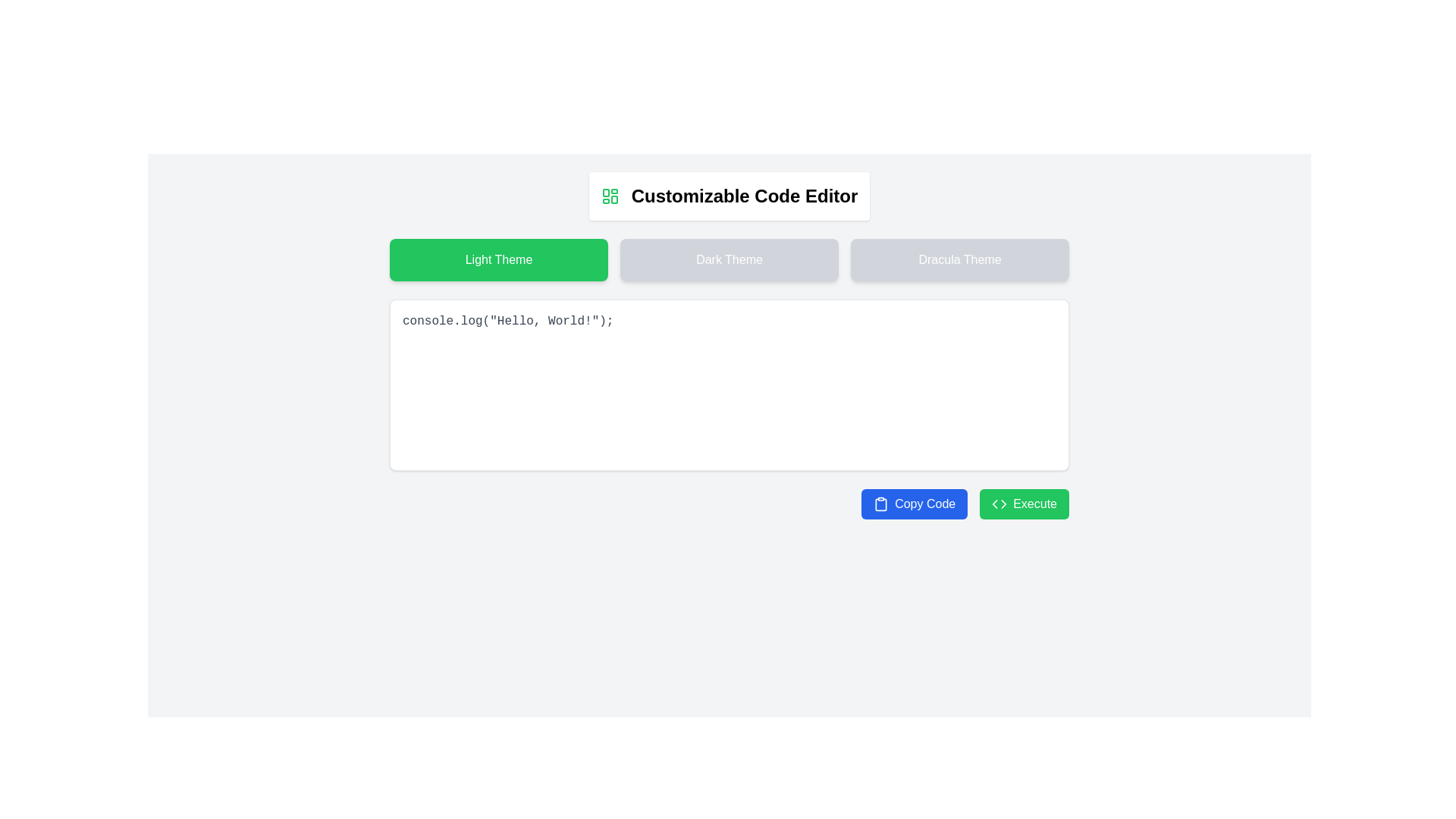 This screenshot has width=1456, height=819. Describe the element at coordinates (745, 195) in the screenshot. I see `the text heading displaying 'Customizable Code Editor', which is a large, bold title located in the top section of a card component, positioned to the right of a layout dashboard icon` at that location.